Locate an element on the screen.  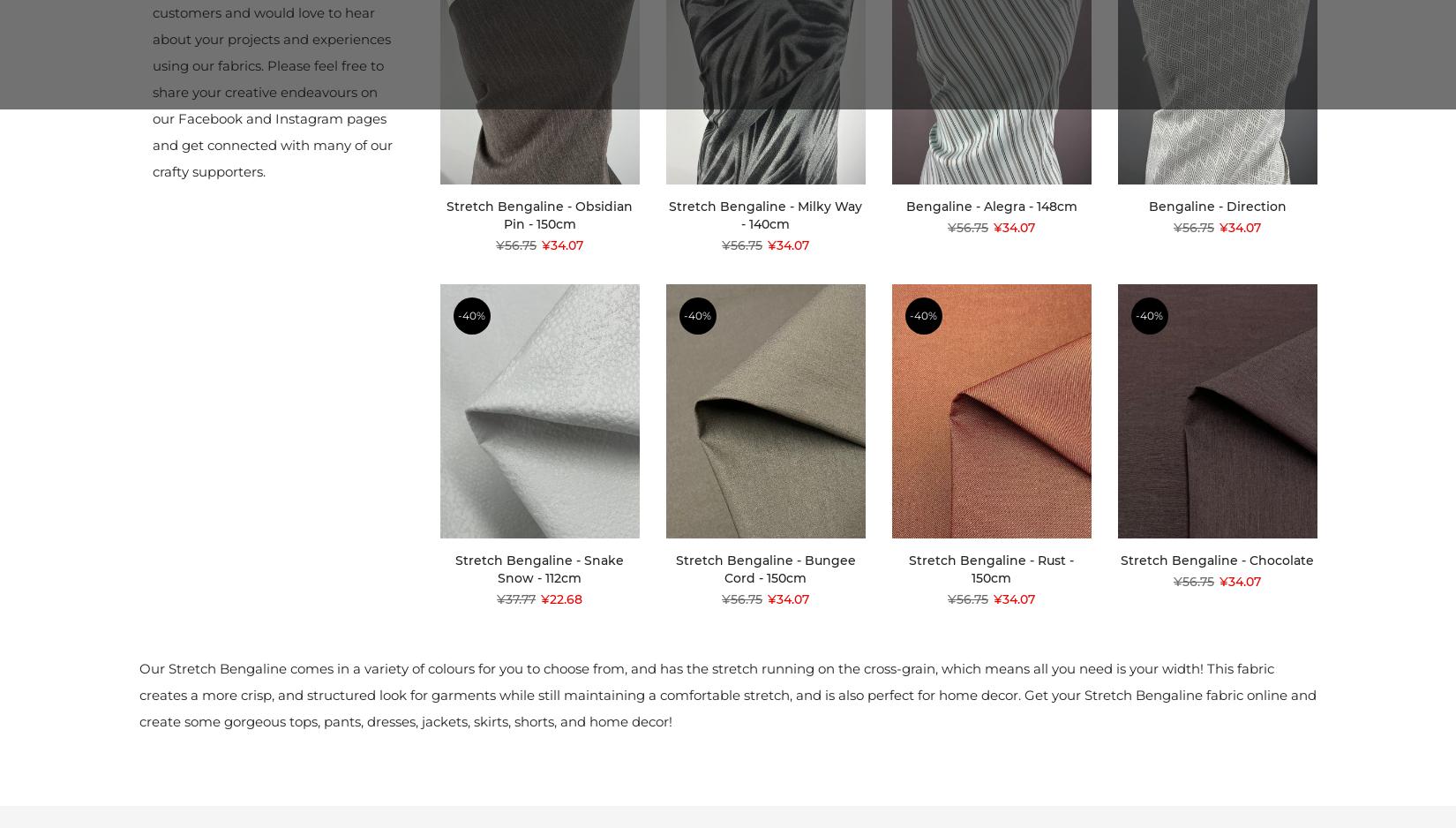
'¥37.77' is located at coordinates (495, 599).